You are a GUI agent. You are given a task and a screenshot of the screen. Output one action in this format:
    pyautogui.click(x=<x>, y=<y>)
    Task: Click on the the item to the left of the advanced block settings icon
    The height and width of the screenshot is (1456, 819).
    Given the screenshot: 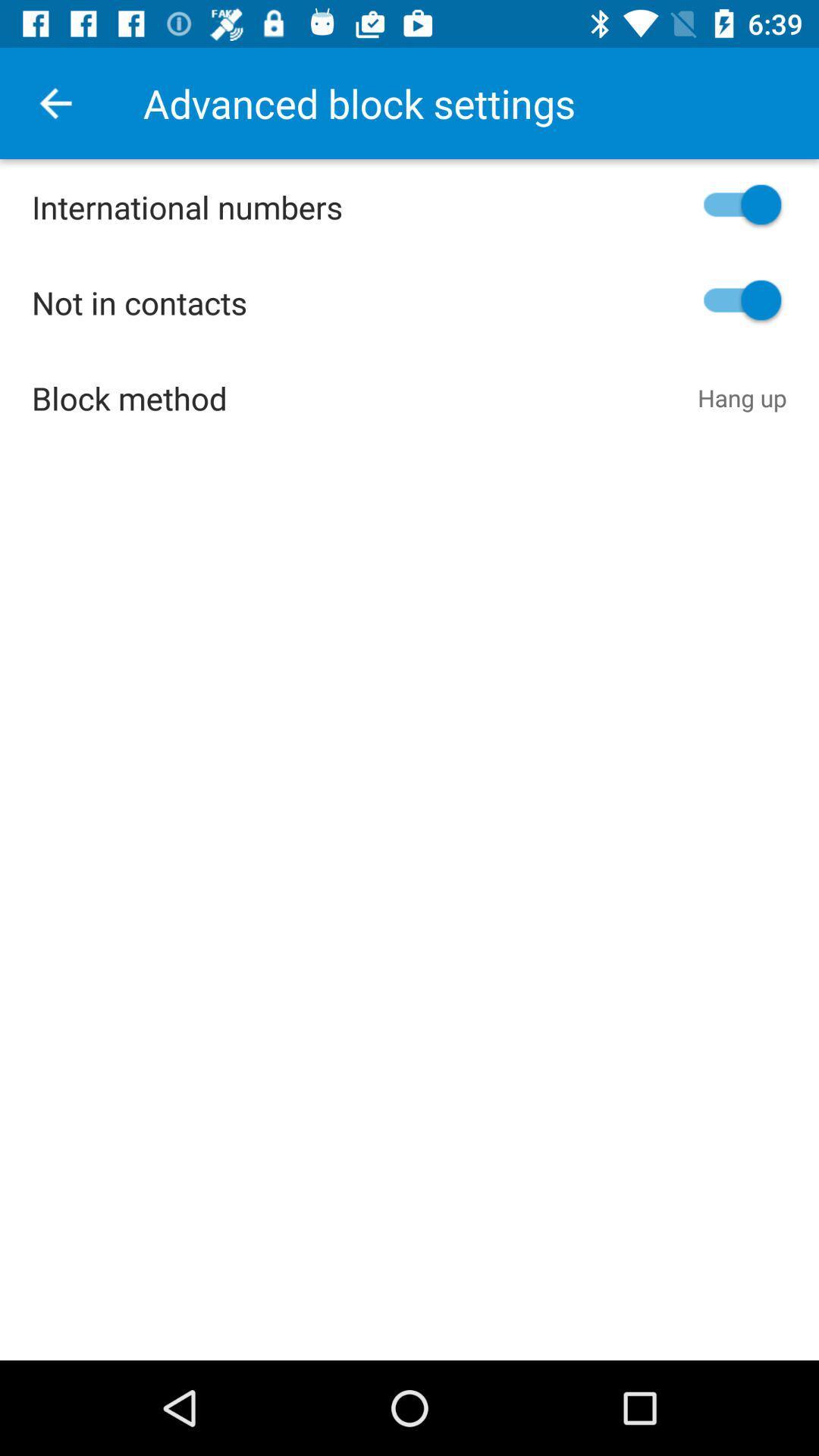 What is the action you would take?
    pyautogui.click(x=55, y=102)
    